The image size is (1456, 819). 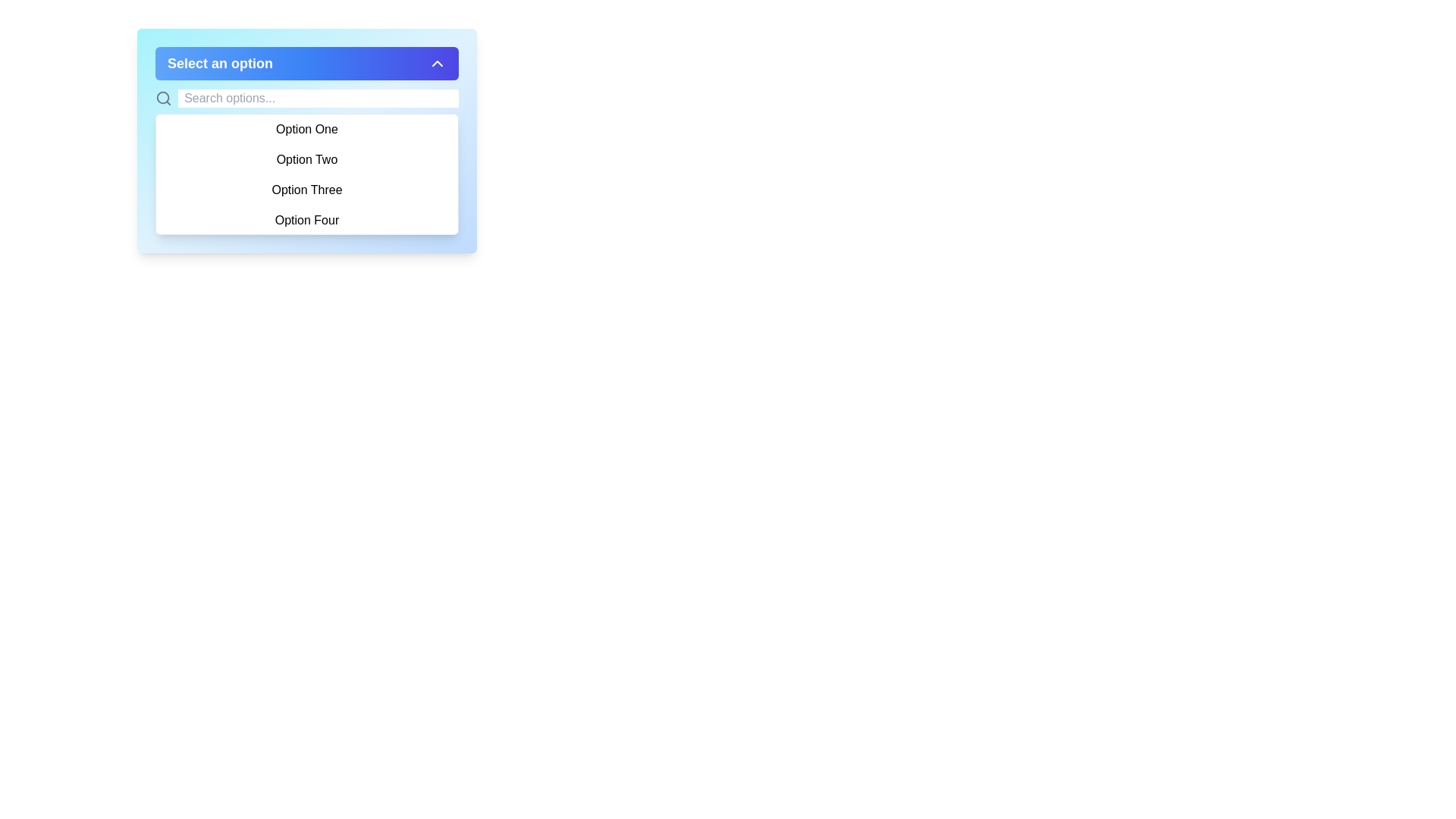 I want to click on the second option in the dropdown list, labeled 'Option Two', so click(x=306, y=140).